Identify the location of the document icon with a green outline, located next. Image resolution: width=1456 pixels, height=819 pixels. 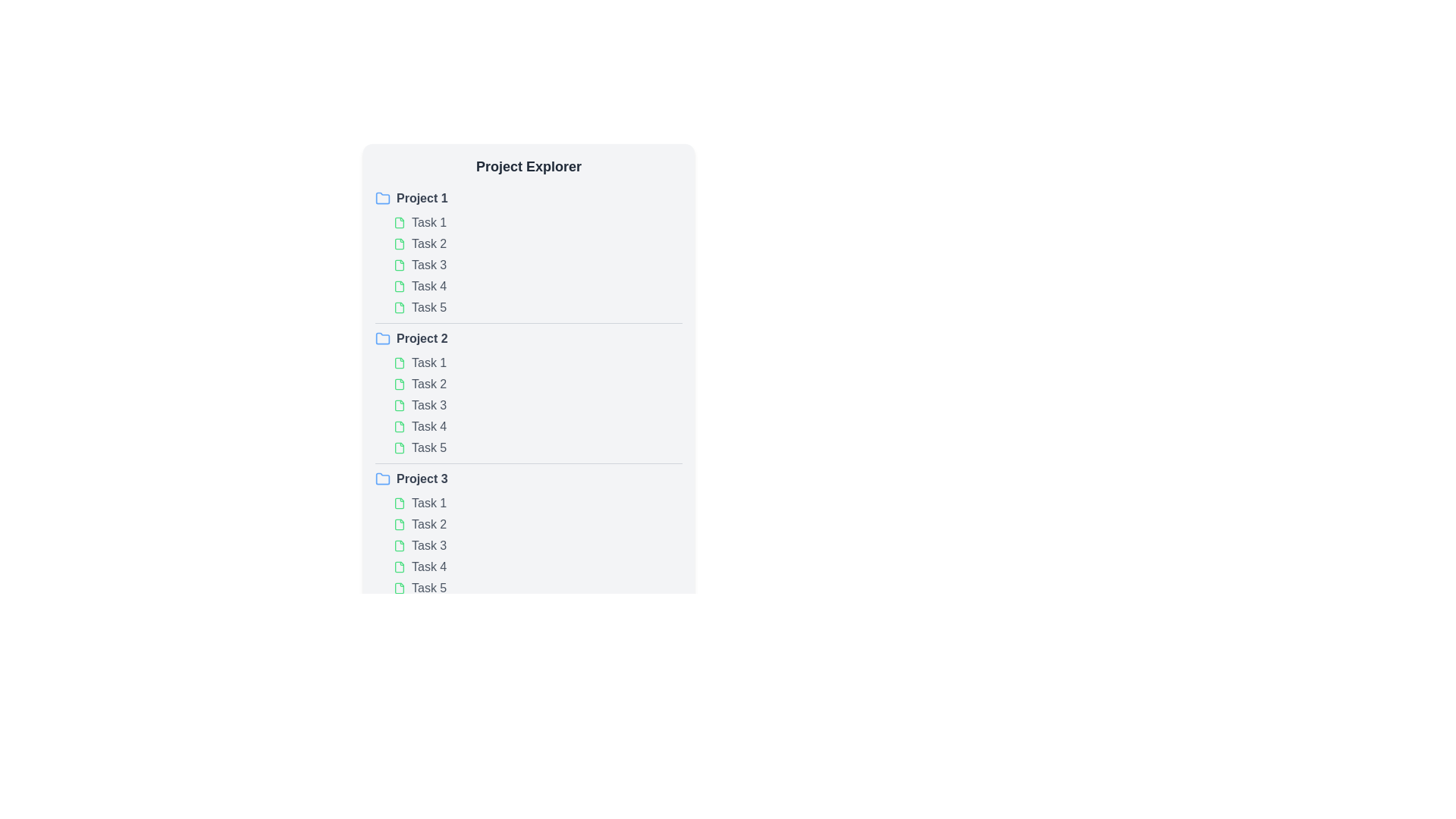
(400, 362).